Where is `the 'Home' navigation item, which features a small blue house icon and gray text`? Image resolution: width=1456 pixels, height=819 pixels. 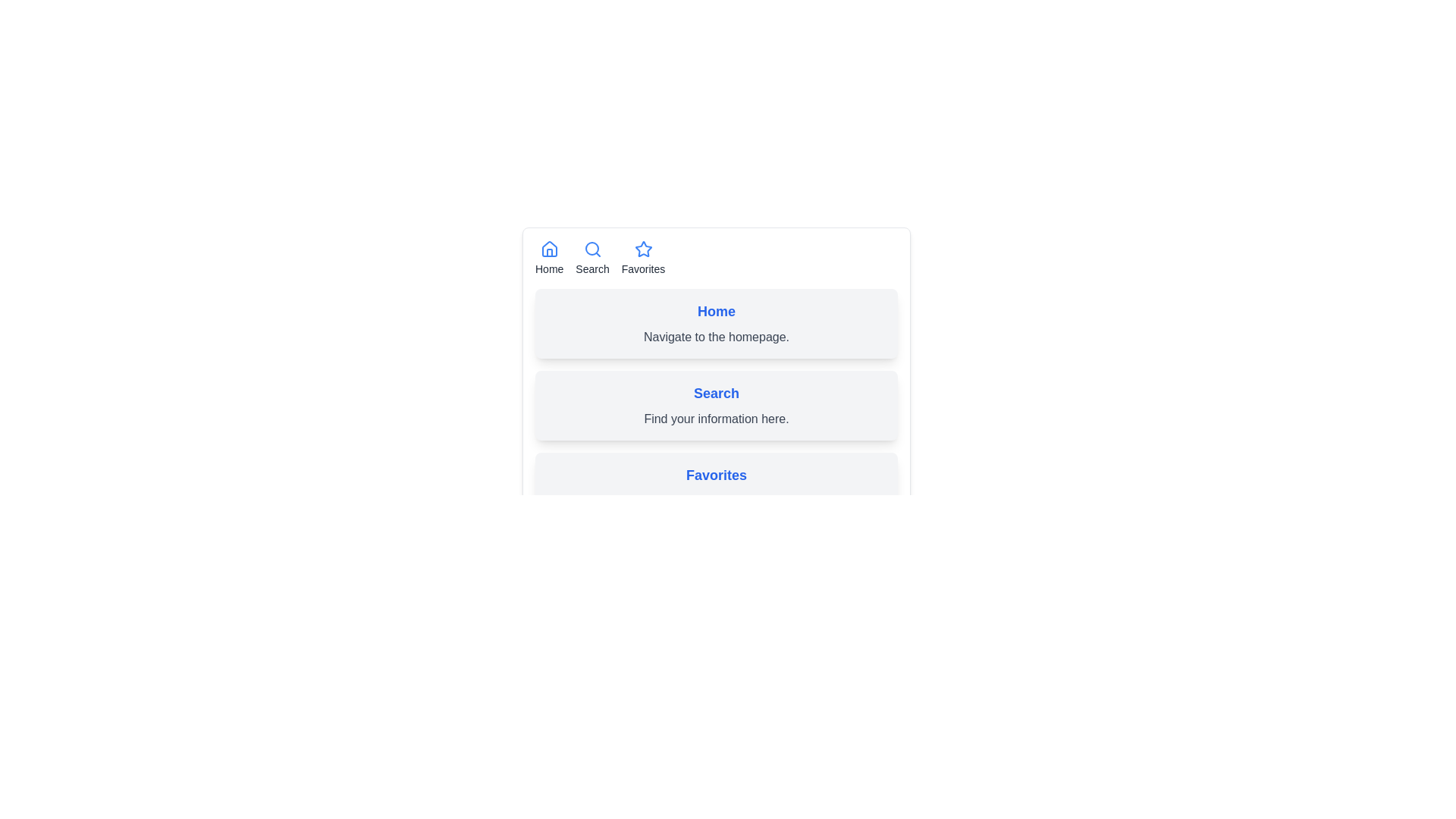 the 'Home' navigation item, which features a small blue house icon and gray text is located at coordinates (548, 257).